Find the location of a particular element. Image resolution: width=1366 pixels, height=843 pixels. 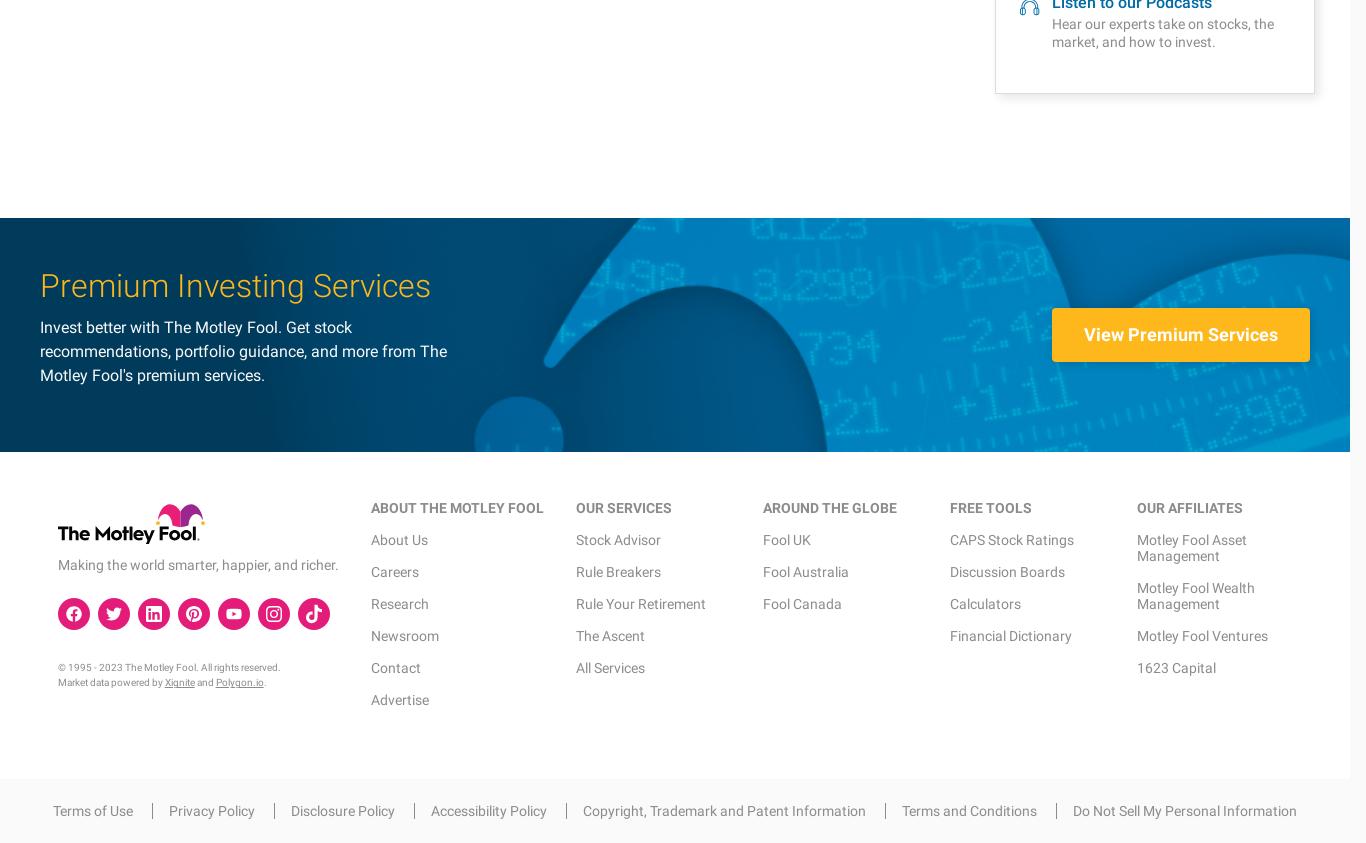

'Privacy Policy' is located at coordinates (211, 354).